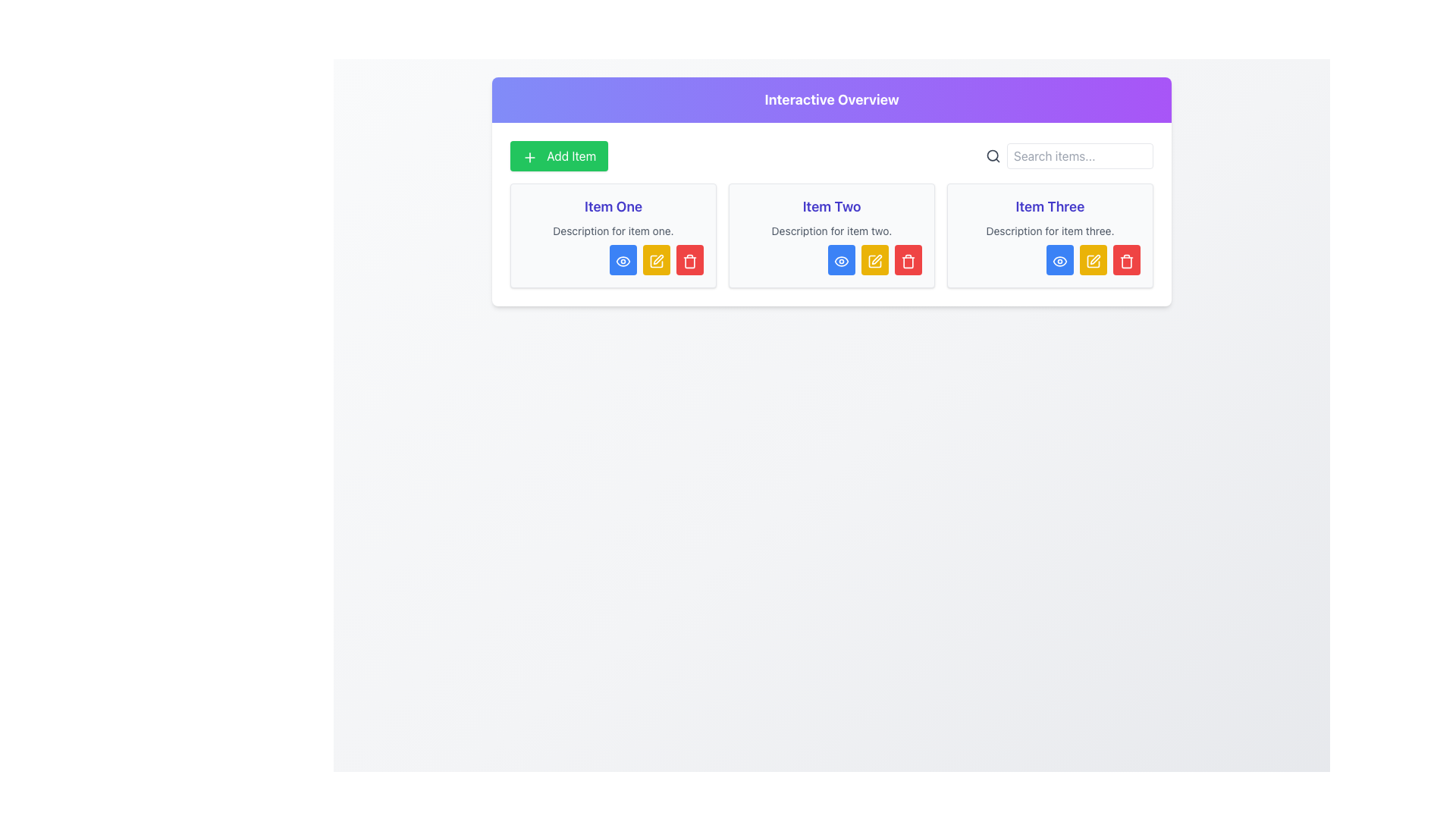  Describe the element at coordinates (877, 259) in the screenshot. I see `the pen icon located in the action icons section below the 'Item Two' card` at that location.